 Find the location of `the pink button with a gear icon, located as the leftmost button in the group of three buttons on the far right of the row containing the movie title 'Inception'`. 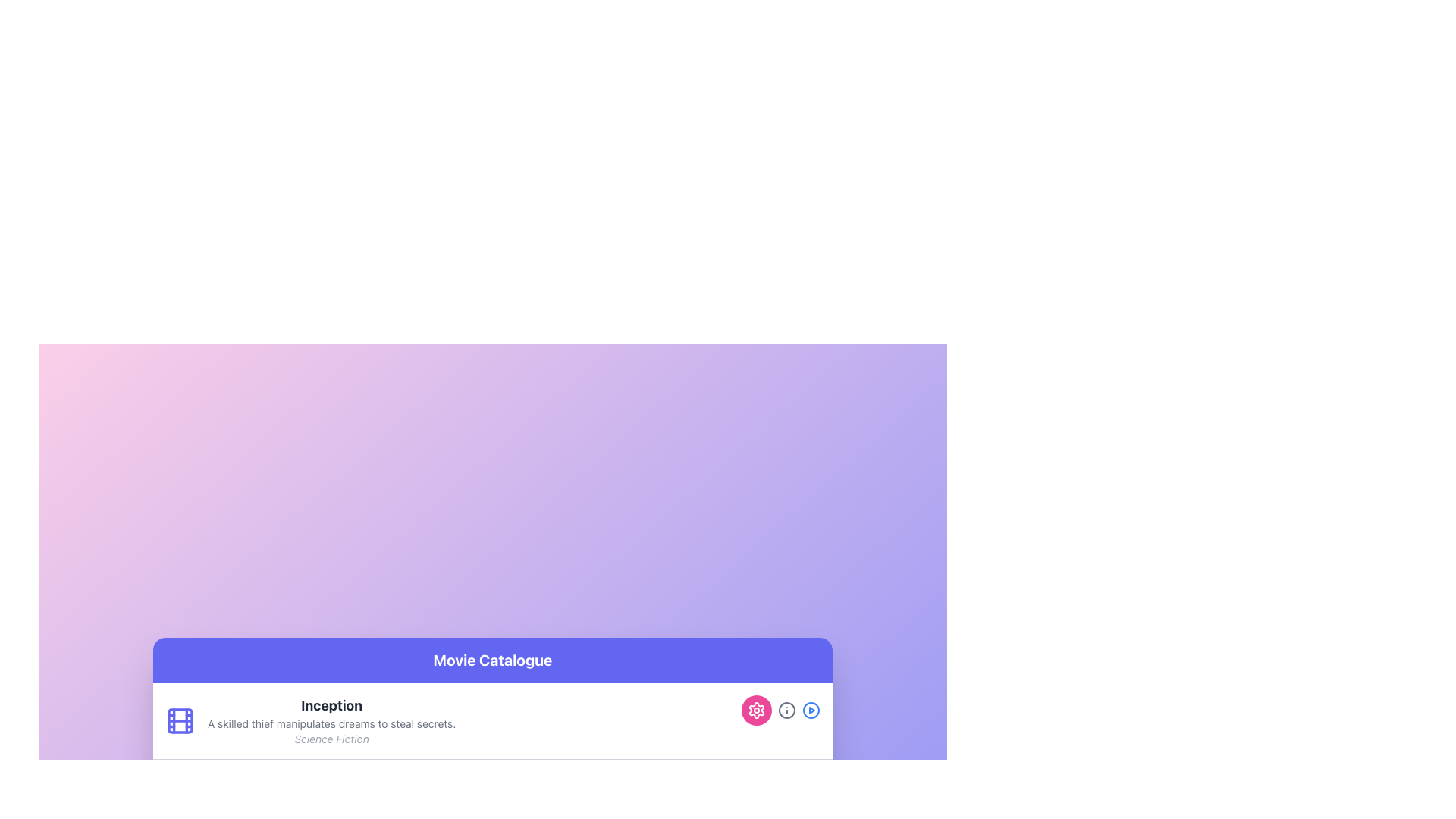

the pink button with a gear icon, located as the leftmost button in the group of three buttons on the far right of the row containing the movie title 'Inception' is located at coordinates (781, 710).